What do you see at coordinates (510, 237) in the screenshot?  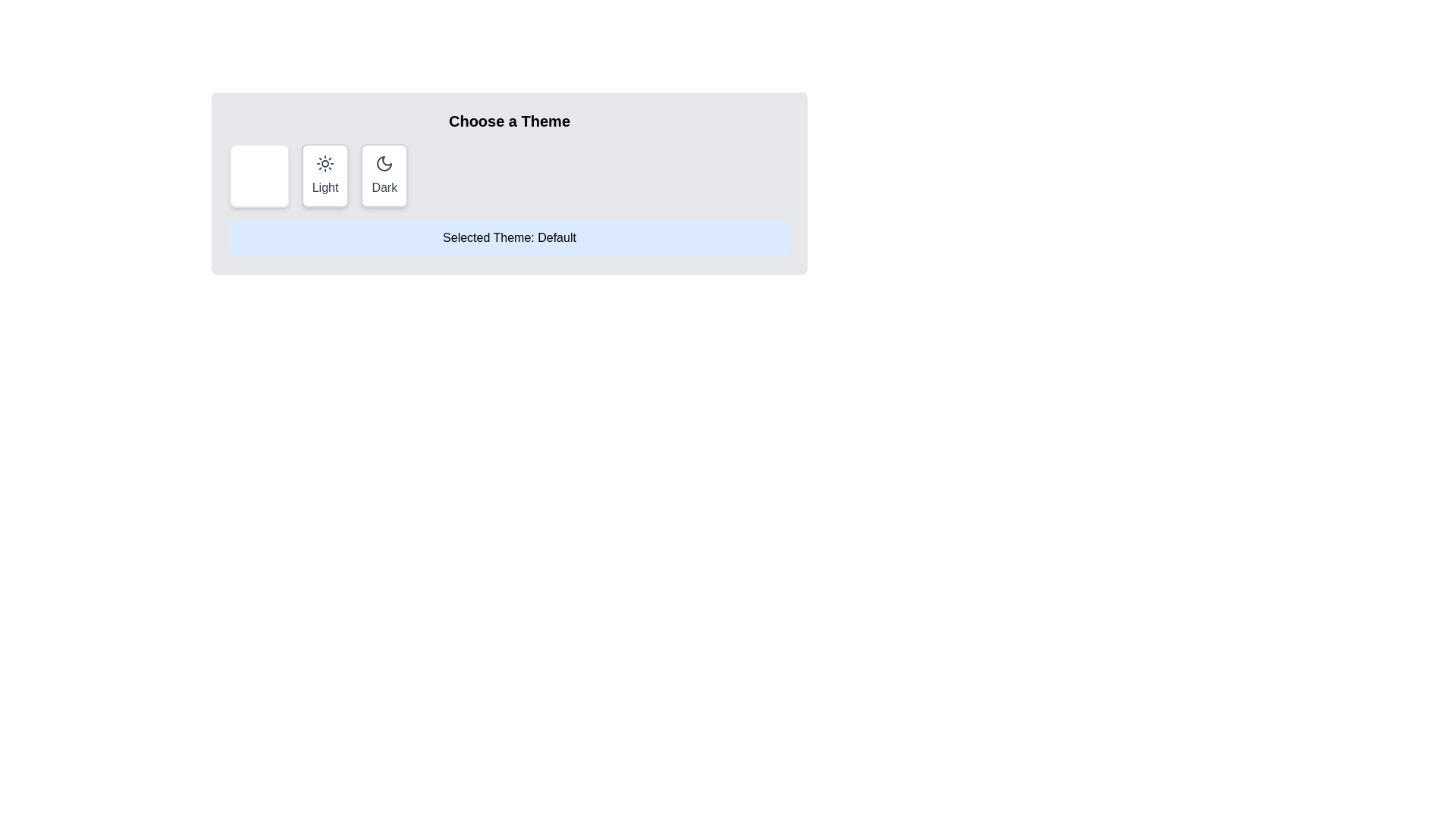 I see `the text display element that shows the currently selected theme, located below the 'Light' and 'Dark' buttons in the 'Choose a Theme' card` at bounding box center [510, 237].